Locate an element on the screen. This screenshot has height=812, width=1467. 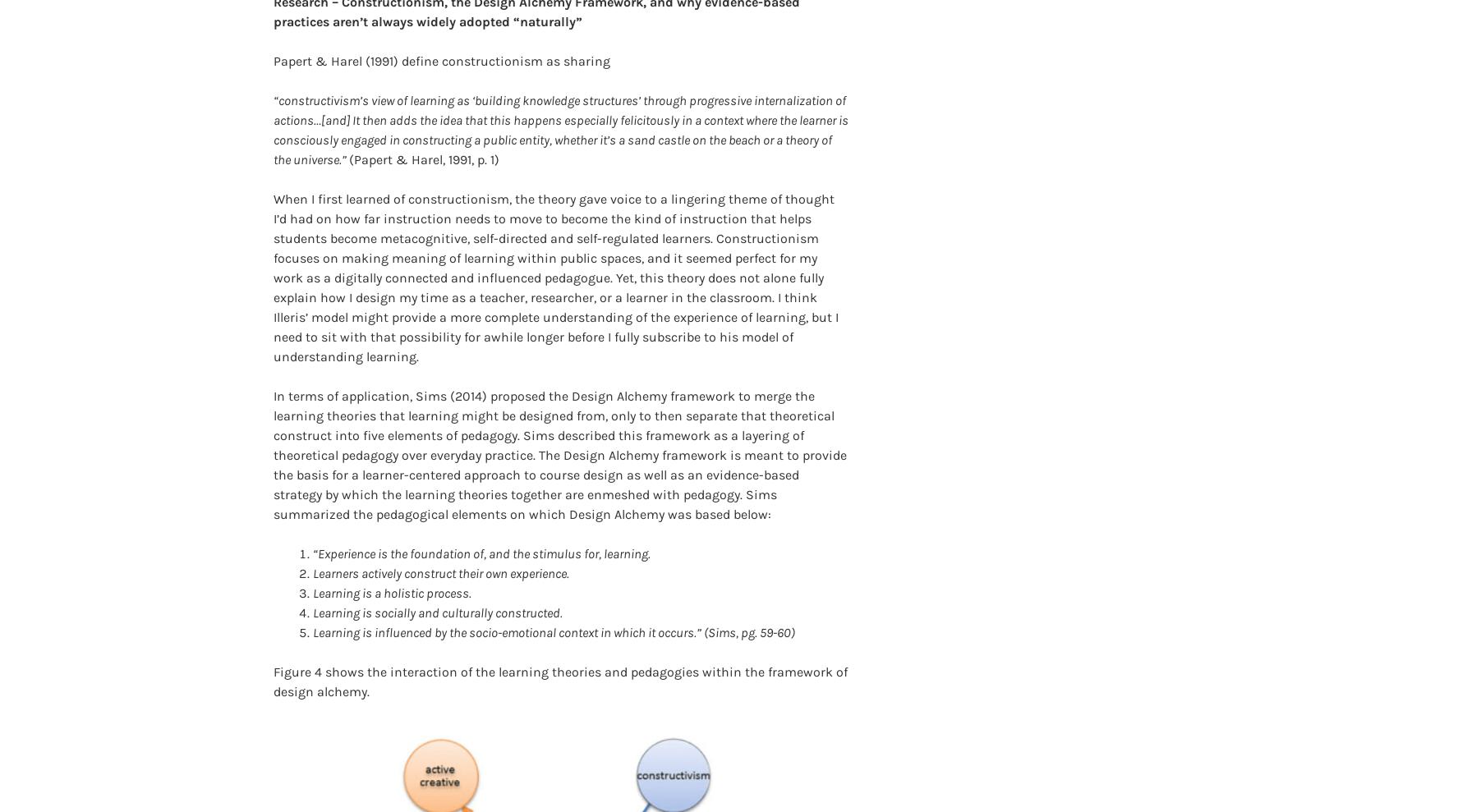
'“constructivism’s view of learning as ‘building knowledge structures’ through progressive internalization of actions…[and] It then adds the idea that this happens especially felicitously in a context where the learner is consciously engaged in constructing a public entity, whether it’s a sand castle on the beach or a theory of the universe.”' is located at coordinates (560, 103).